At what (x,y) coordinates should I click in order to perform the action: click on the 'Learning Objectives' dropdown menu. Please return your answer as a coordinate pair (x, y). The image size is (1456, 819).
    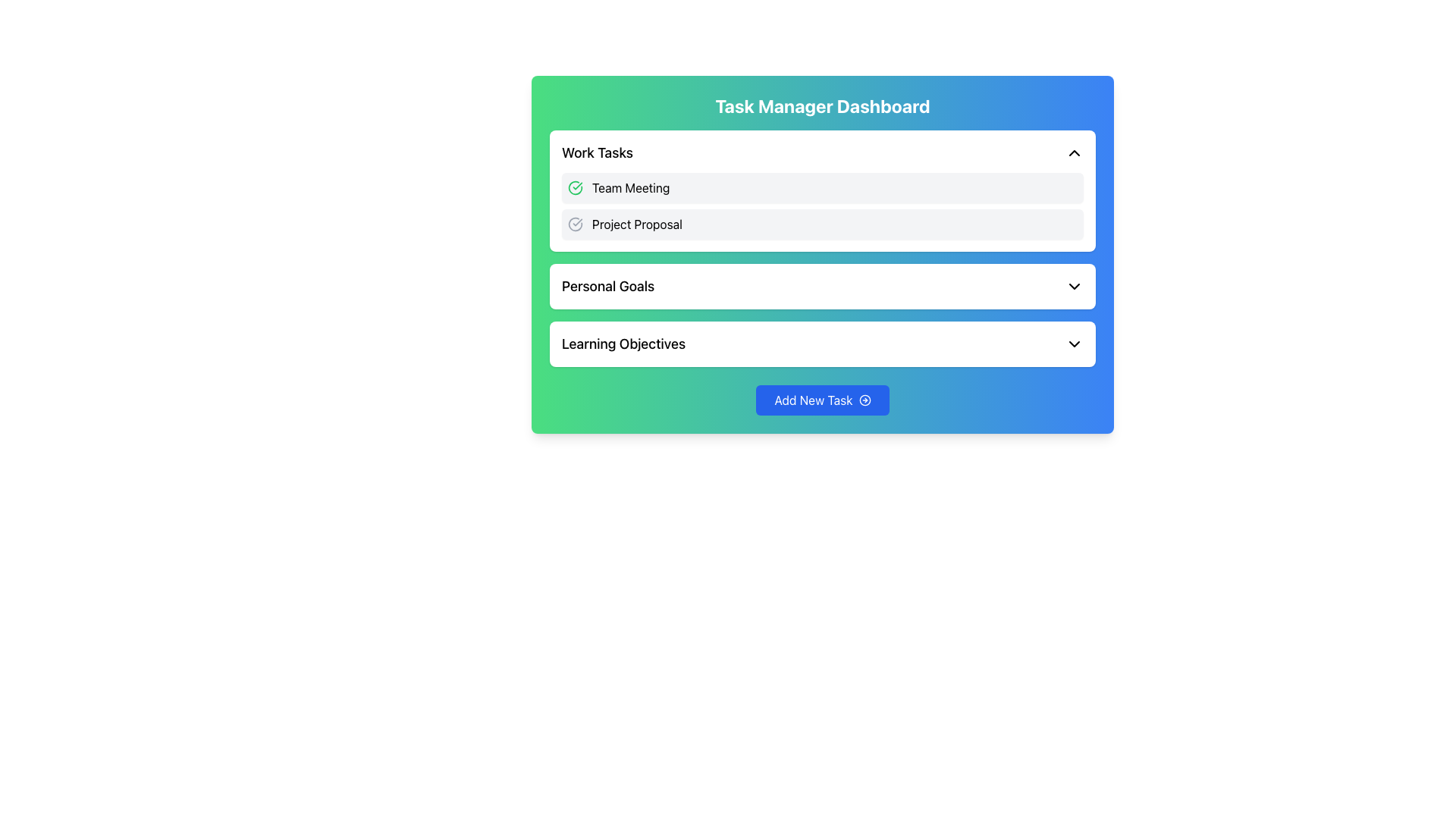
    Looking at the image, I should click on (821, 344).